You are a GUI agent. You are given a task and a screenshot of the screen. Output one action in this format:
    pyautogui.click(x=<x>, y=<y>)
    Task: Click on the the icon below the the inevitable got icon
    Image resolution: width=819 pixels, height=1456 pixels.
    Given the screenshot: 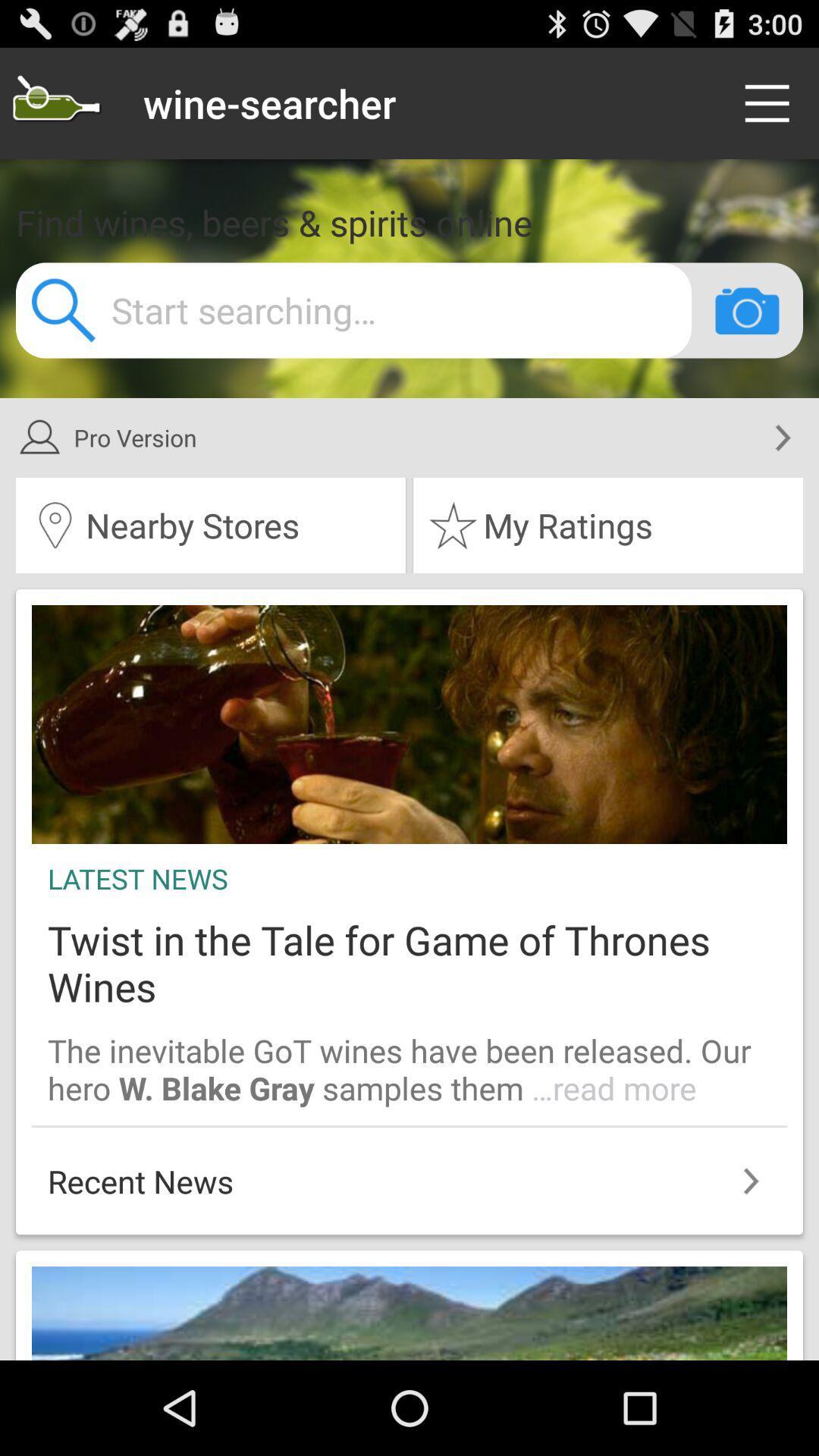 What is the action you would take?
    pyautogui.click(x=409, y=1172)
    